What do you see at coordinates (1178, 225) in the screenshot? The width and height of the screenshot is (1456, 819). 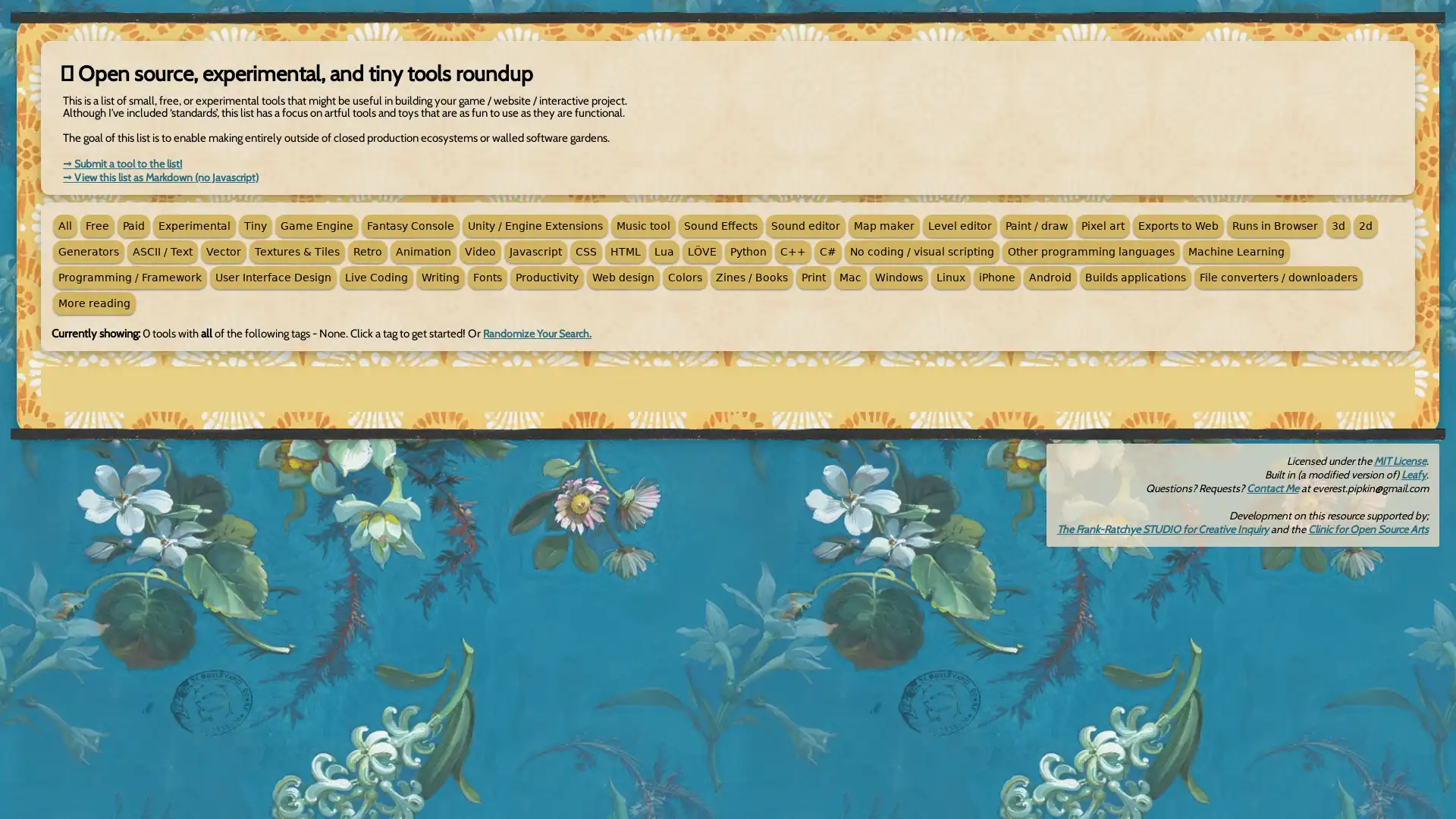 I see `Exports to Web` at bounding box center [1178, 225].